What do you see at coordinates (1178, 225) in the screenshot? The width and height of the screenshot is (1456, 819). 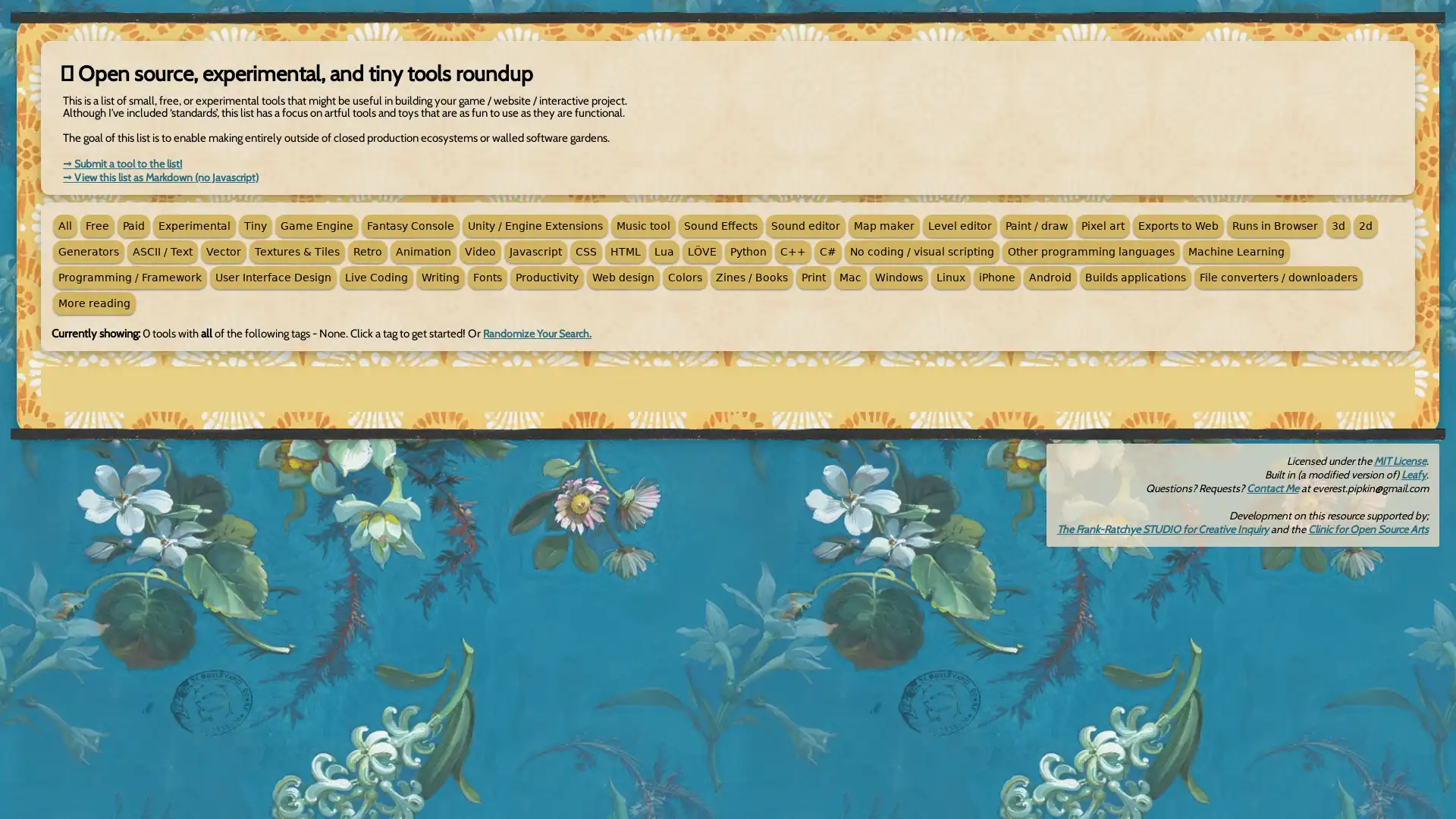 I see `Exports to Web` at bounding box center [1178, 225].